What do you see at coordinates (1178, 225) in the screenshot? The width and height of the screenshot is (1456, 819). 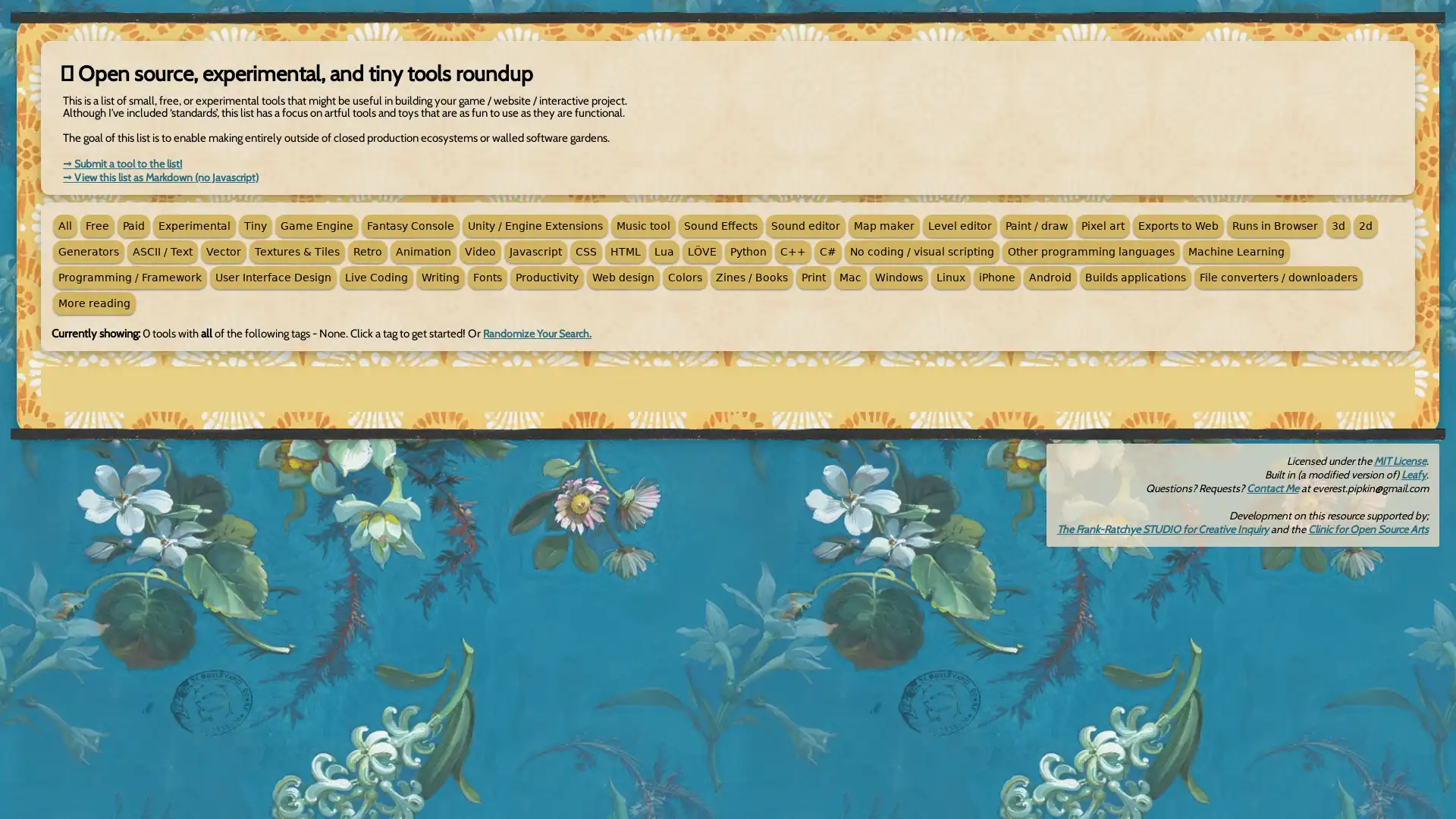 I see `Exports to Web` at bounding box center [1178, 225].